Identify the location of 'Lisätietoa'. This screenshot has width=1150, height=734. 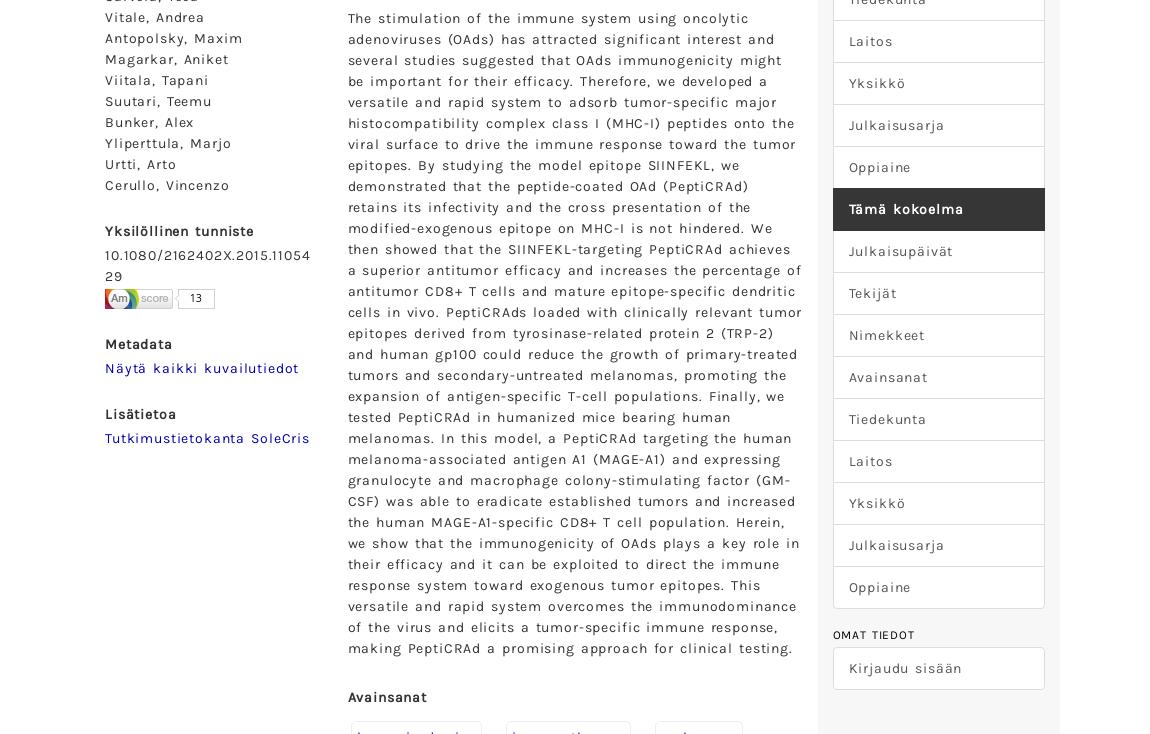
(139, 412).